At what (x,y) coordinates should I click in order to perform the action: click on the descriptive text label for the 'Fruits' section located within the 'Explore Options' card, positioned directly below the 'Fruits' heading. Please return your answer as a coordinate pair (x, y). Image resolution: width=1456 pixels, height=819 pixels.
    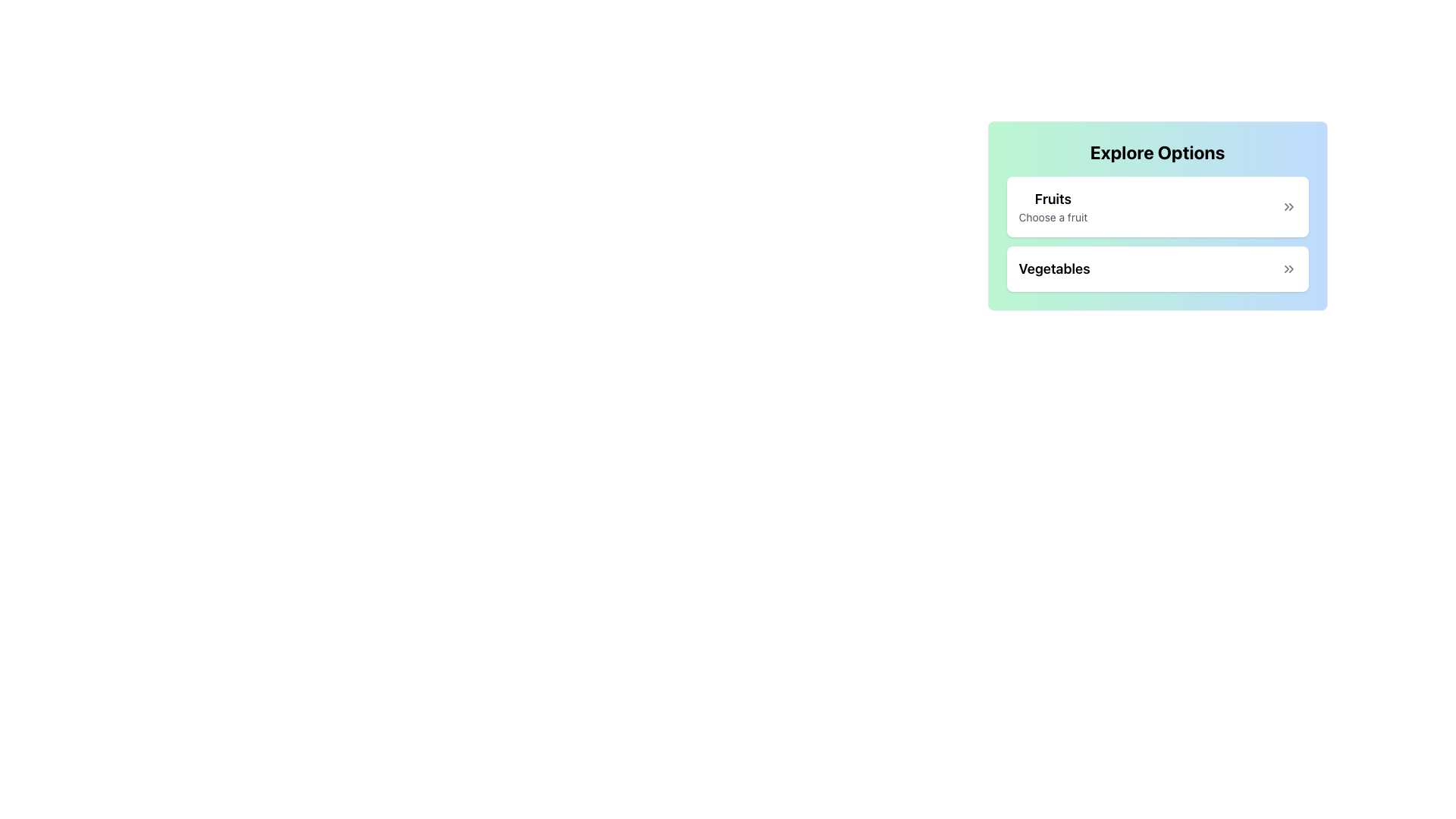
    Looking at the image, I should click on (1052, 217).